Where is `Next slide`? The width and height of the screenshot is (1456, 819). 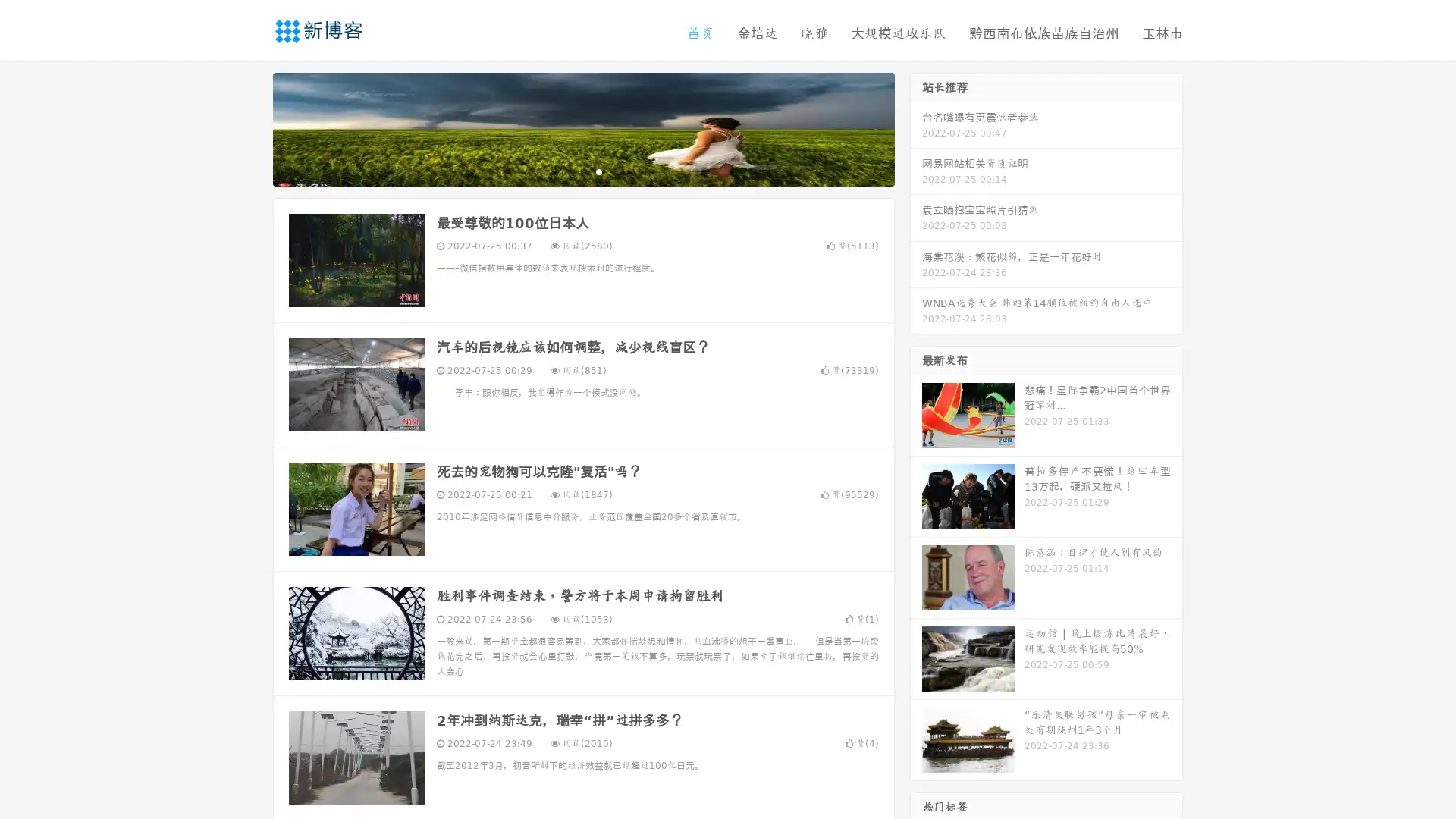 Next slide is located at coordinates (916, 127).